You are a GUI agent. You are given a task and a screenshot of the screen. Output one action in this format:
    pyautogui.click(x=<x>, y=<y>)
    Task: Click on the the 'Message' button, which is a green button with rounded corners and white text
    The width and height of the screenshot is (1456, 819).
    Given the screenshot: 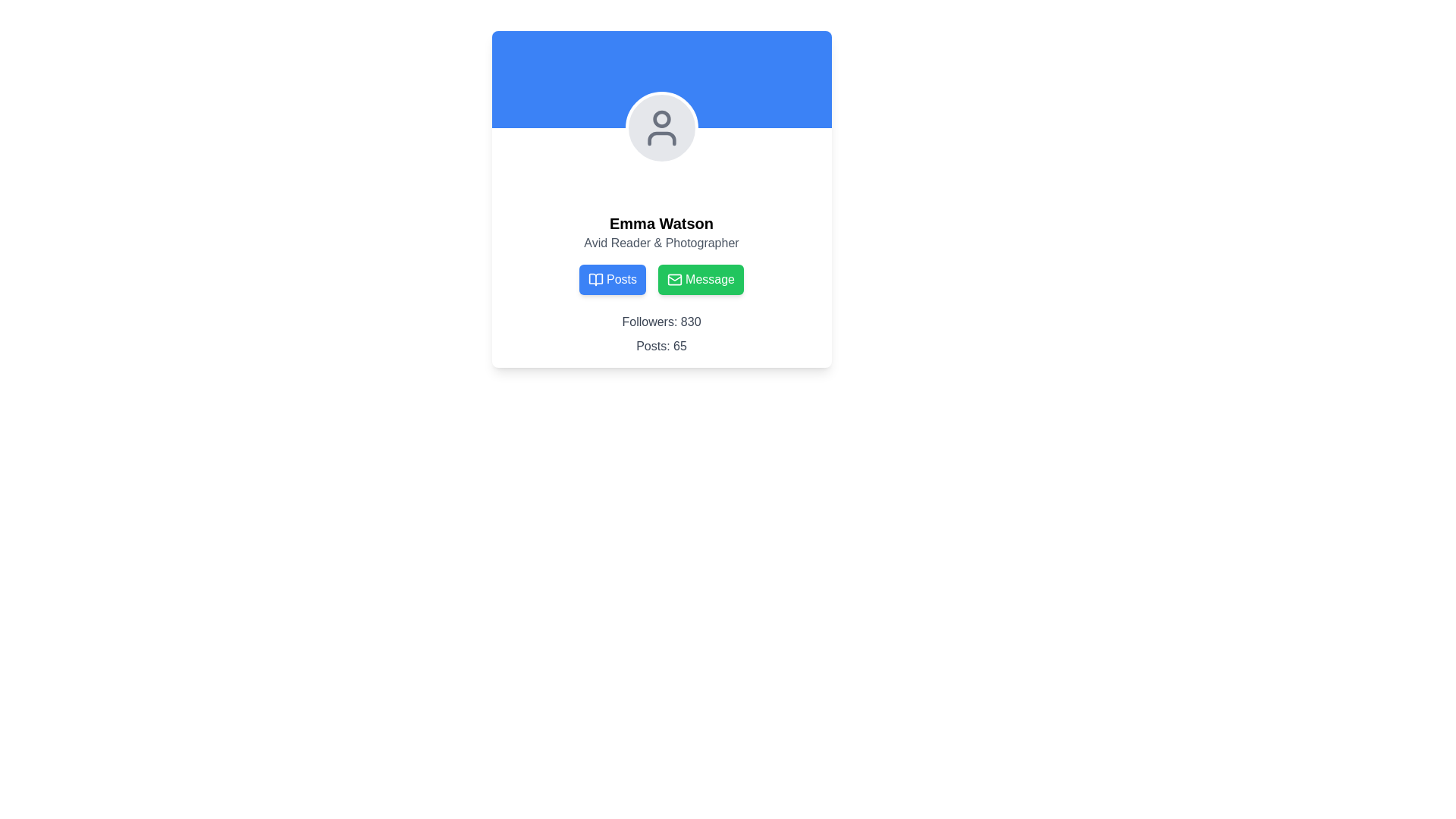 What is the action you would take?
    pyautogui.click(x=709, y=280)
    